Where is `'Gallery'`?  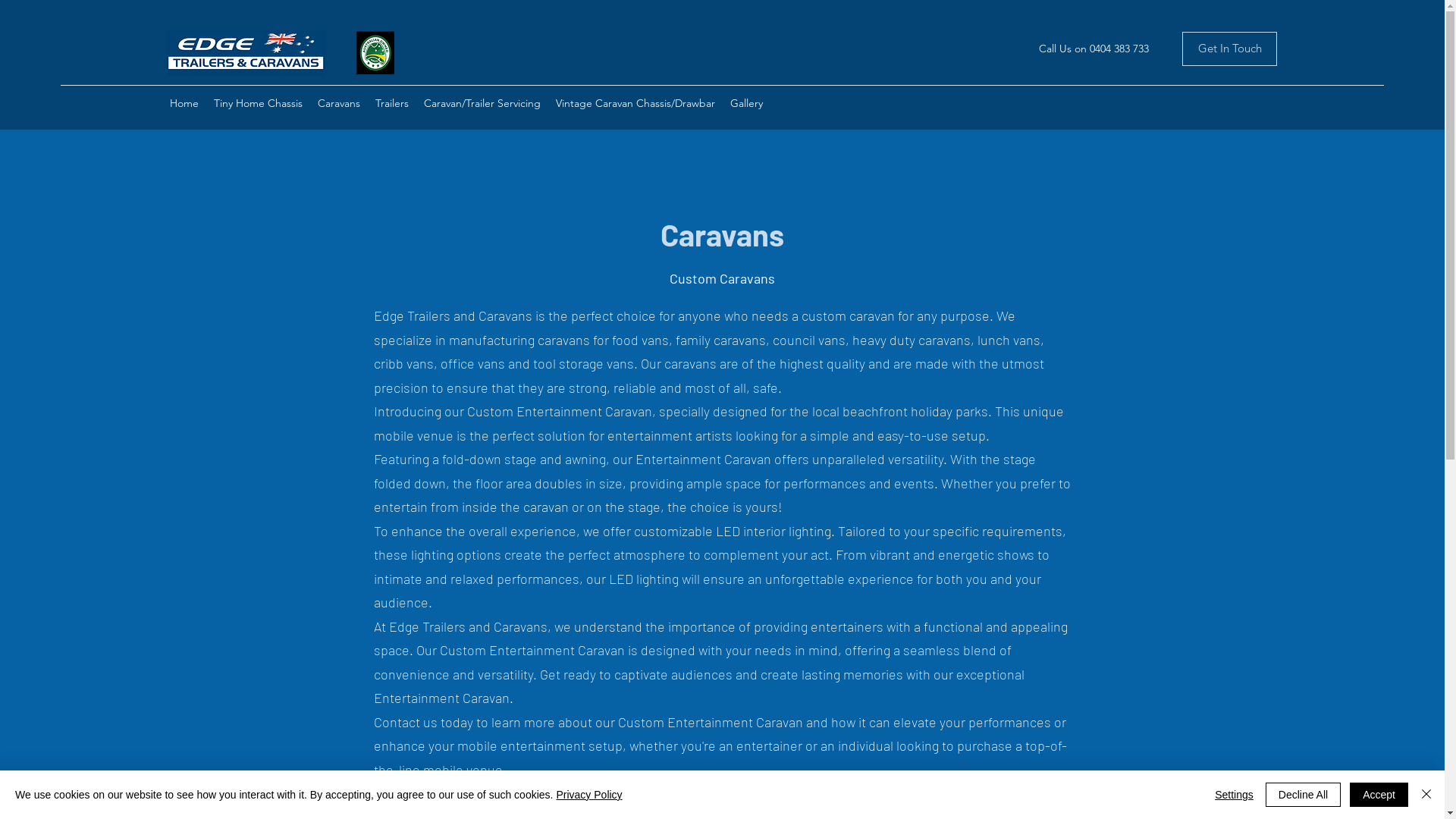 'Gallery' is located at coordinates (746, 102).